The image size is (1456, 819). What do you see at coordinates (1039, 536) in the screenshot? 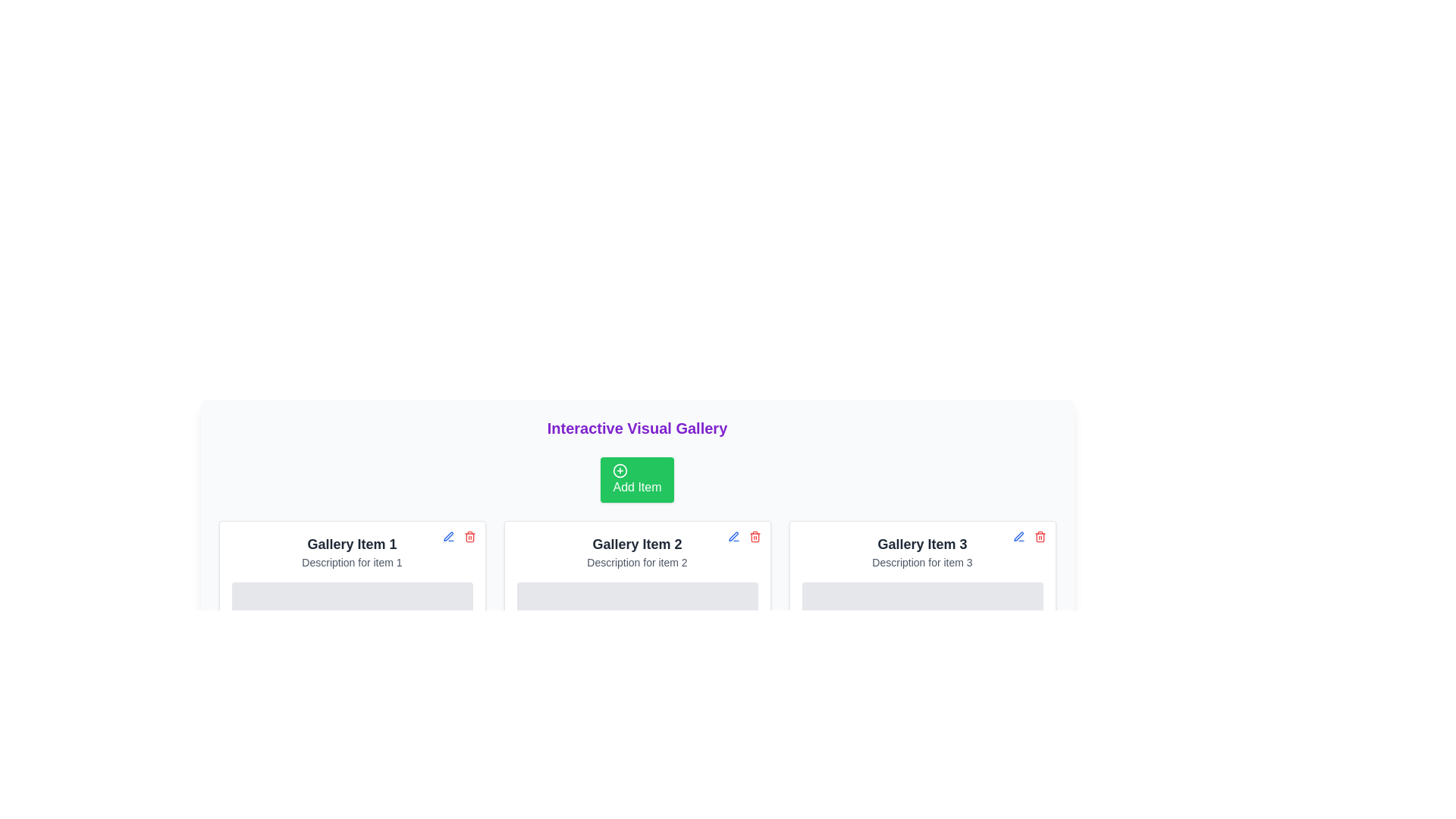
I see `the minimalist red trash can icon located in the top-right corner of the card labeled 'Gallery Item 3'` at bounding box center [1039, 536].